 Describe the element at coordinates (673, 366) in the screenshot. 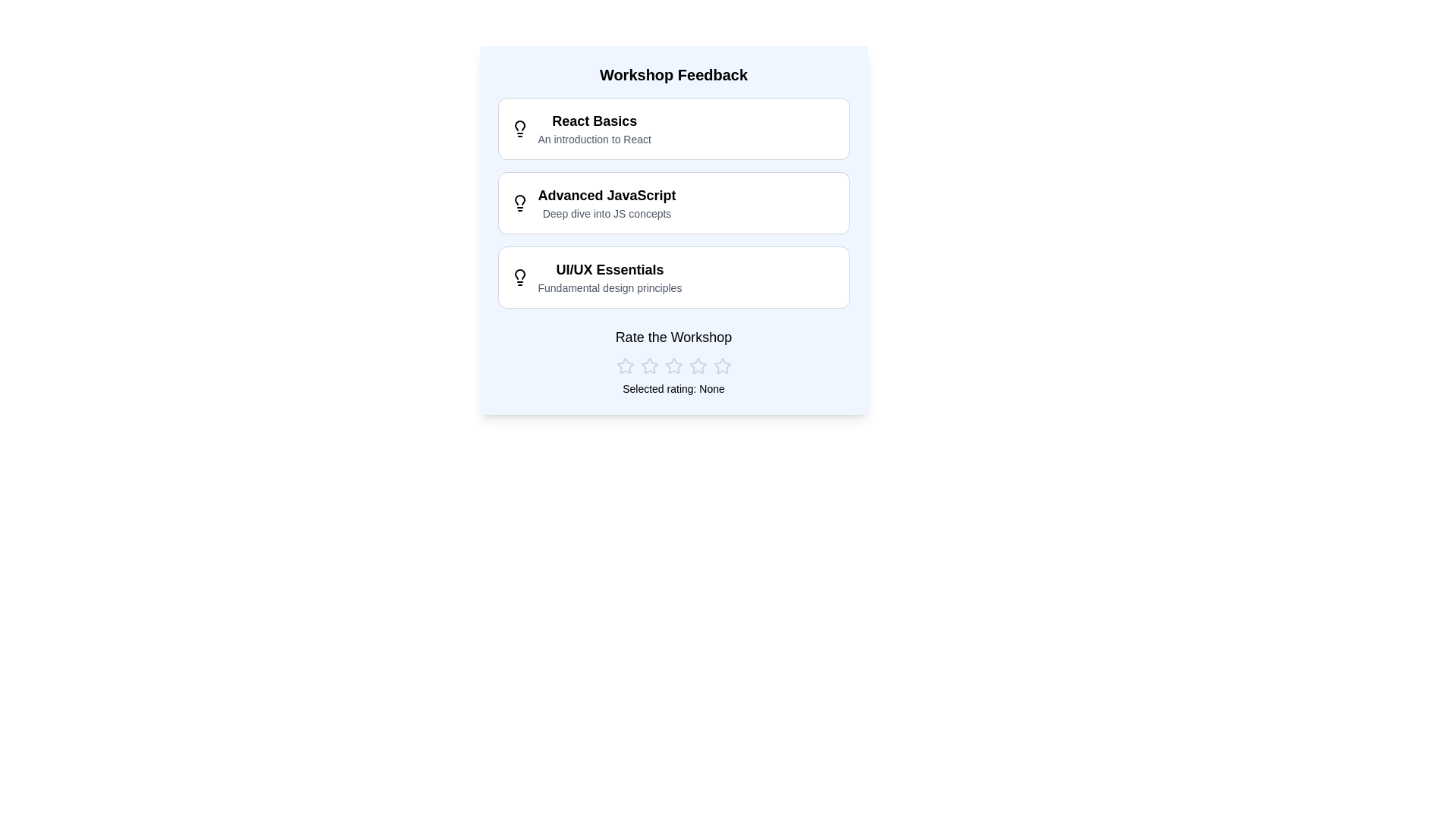

I see `one of the star icons in the Rating widget` at that location.